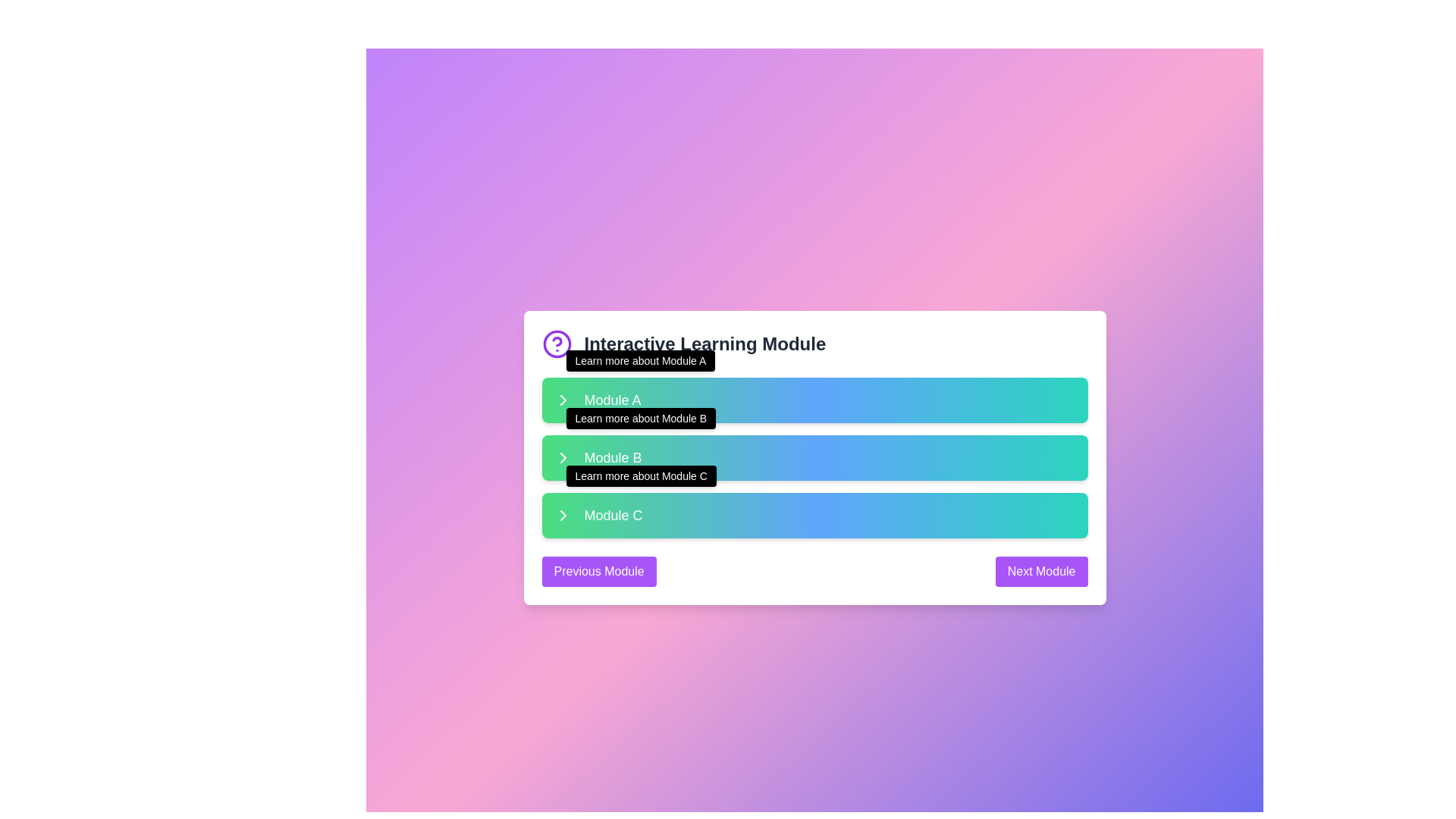  What do you see at coordinates (598, 571) in the screenshot?
I see `the rectangular 'Previous Module' button with white text and a purple background` at bounding box center [598, 571].